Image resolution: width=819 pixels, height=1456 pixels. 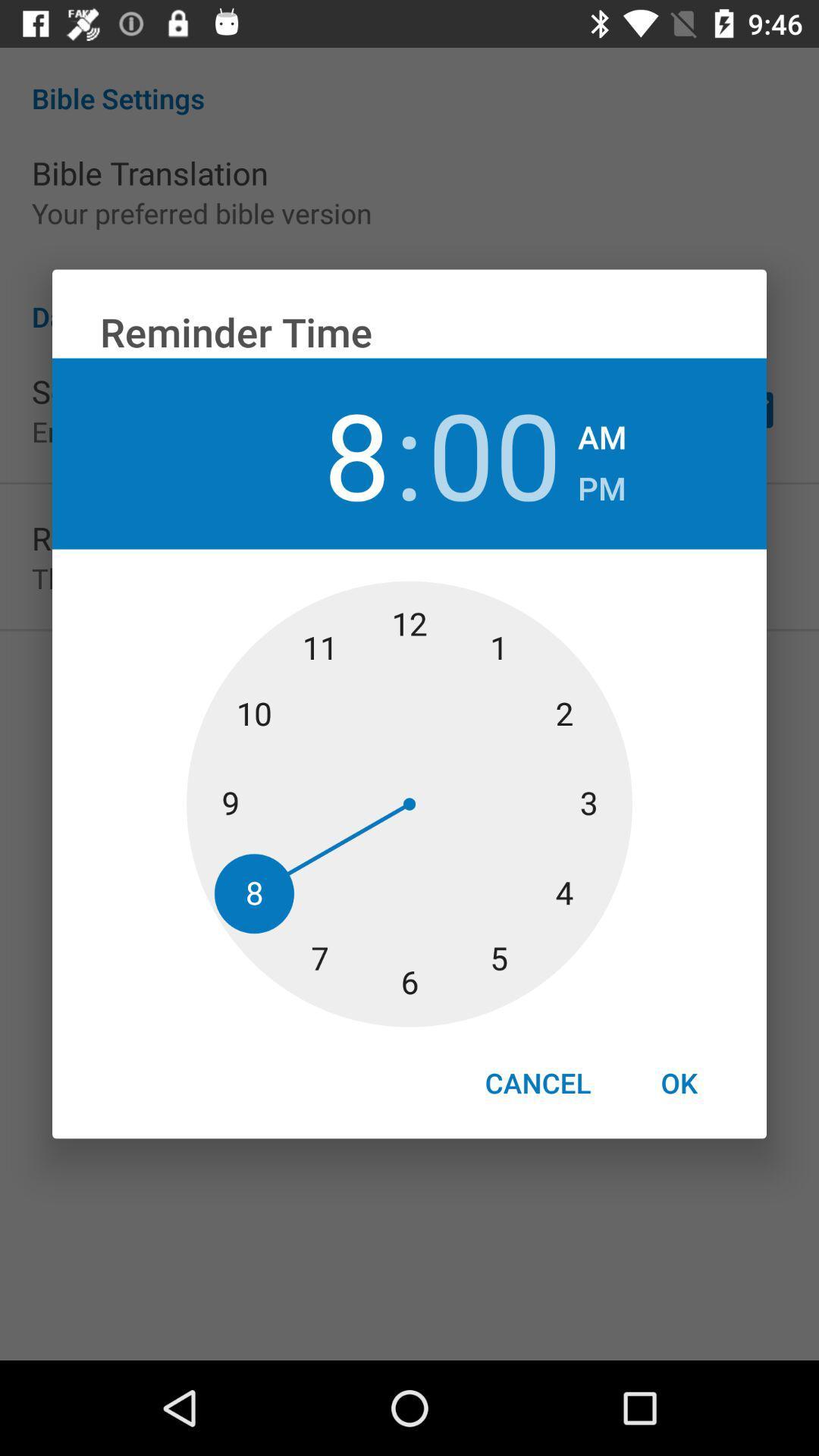 What do you see at coordinates (601, 483) in the screenshot?
I see `the icon below am` at bounding box center [601, 483].